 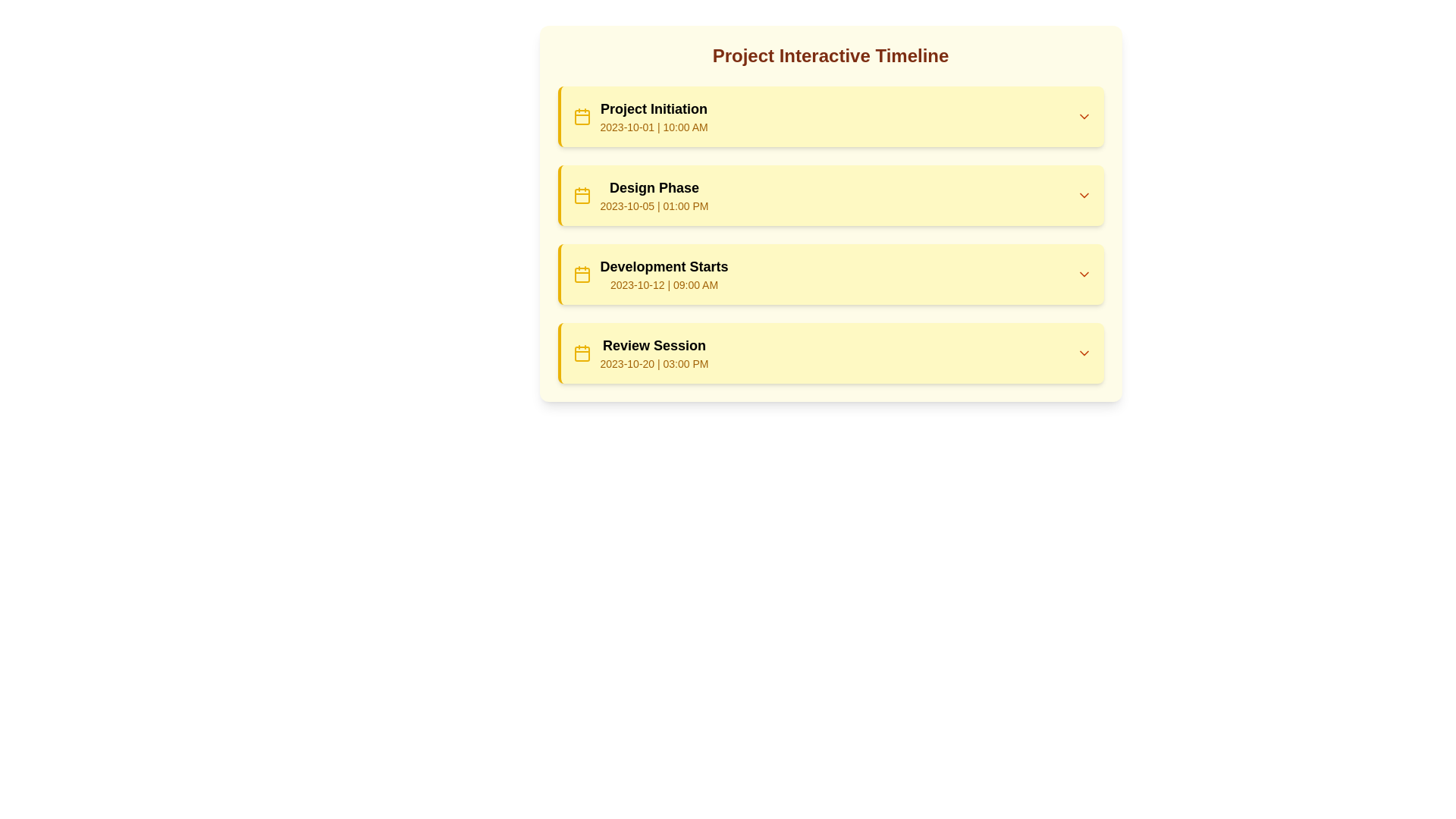 What do you see at coordinates (1083, 275) in the screenshot?
I see `the chevron icon button located at the far right of the 'Development Starts' event item` at bounding box center [1083, 275].